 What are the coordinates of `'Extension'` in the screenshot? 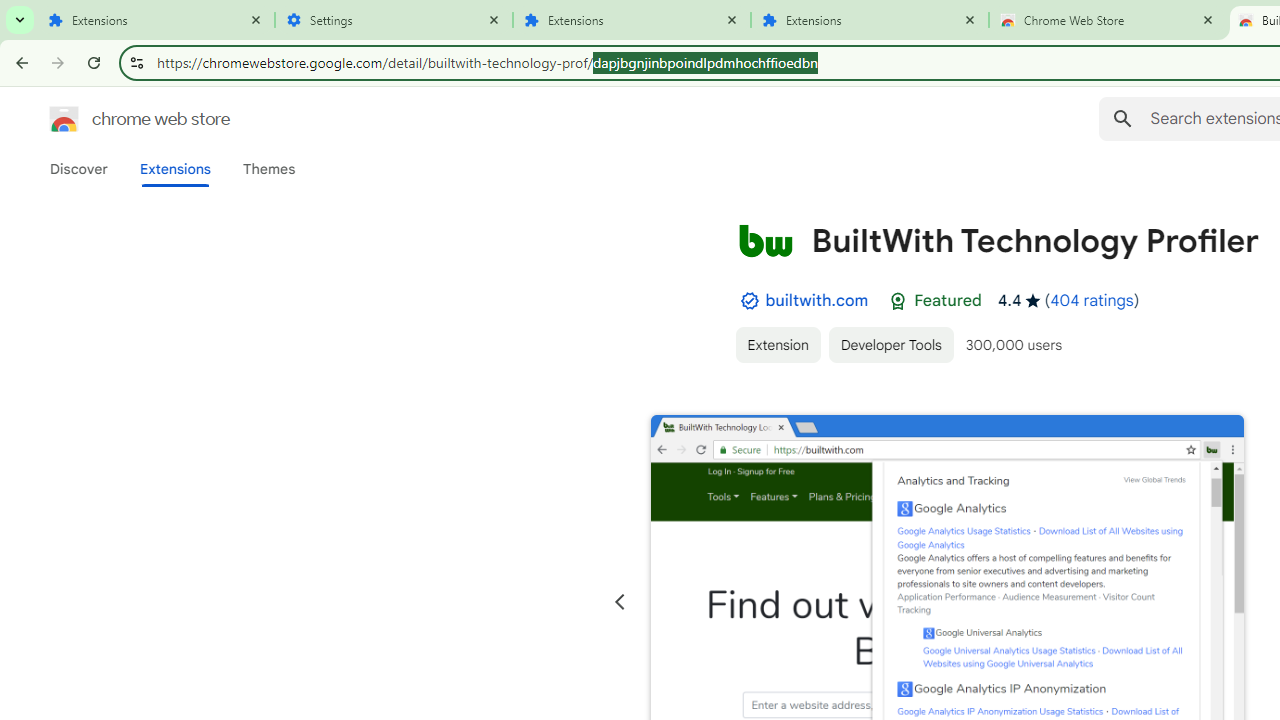 It's located at (776, 343).